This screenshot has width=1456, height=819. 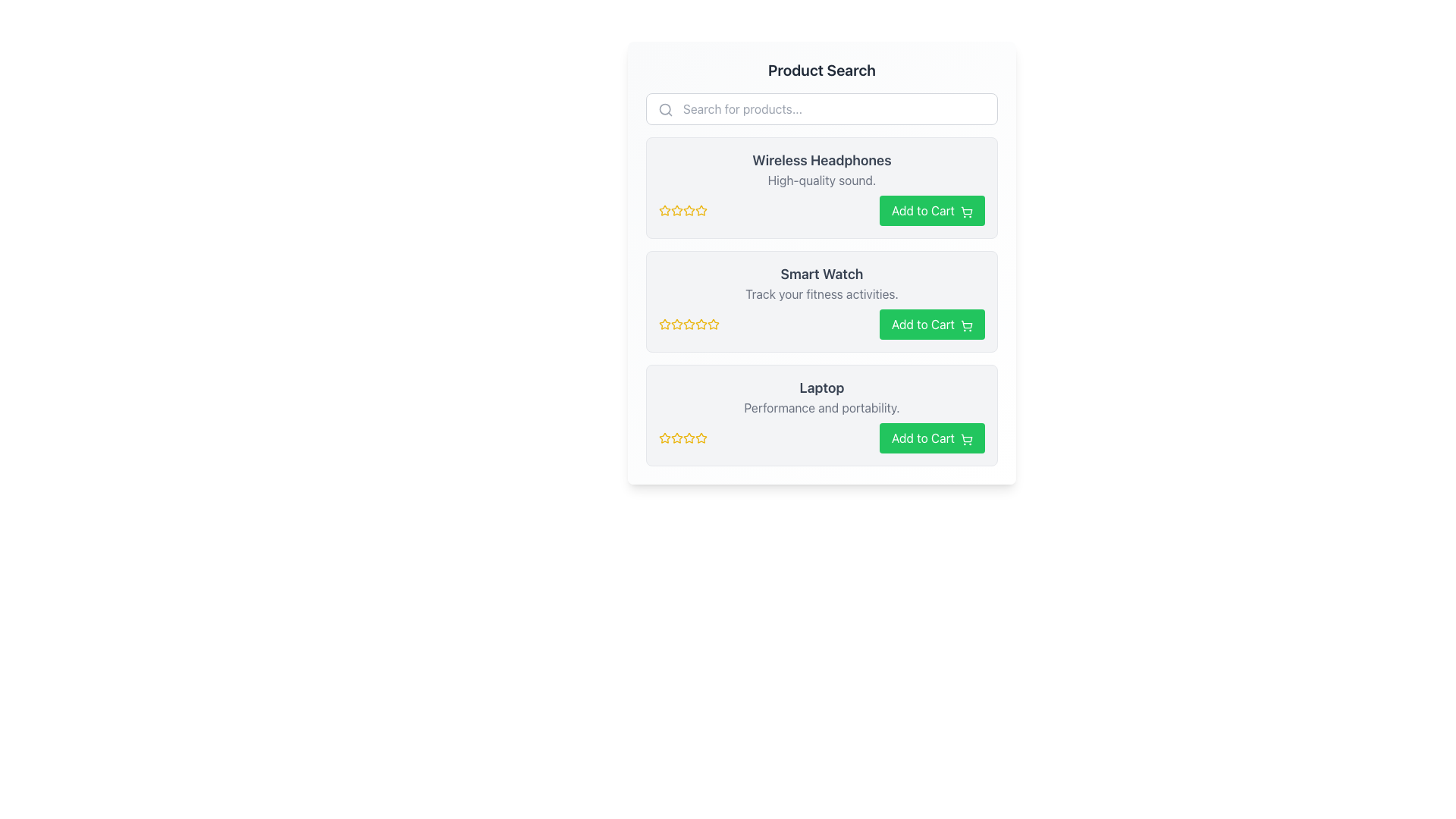 What do you see at coordinates (701, 438) in the screenshot?
I see `the fifth star icon in the rating section of the Laptop product card to rate the product` at bounding box center [701, 438].